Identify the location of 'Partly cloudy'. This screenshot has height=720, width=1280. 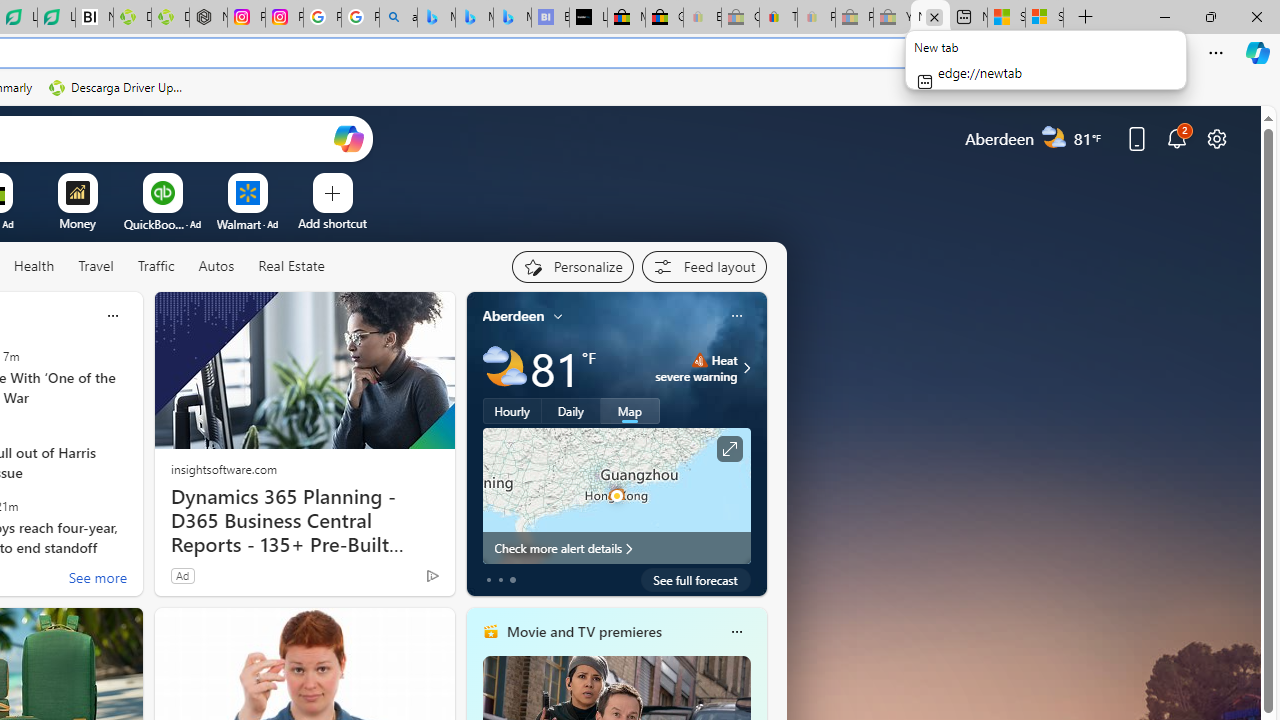
(504, 368).